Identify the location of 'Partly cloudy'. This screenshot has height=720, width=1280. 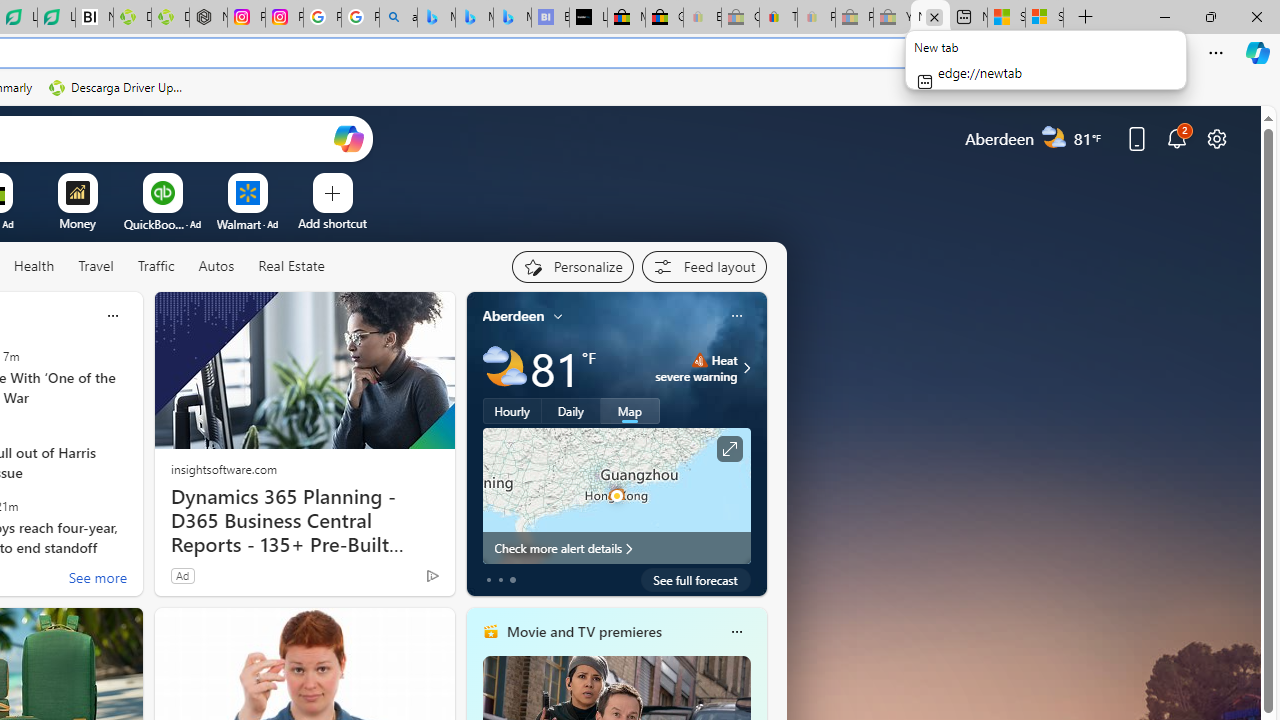
(504, 368).